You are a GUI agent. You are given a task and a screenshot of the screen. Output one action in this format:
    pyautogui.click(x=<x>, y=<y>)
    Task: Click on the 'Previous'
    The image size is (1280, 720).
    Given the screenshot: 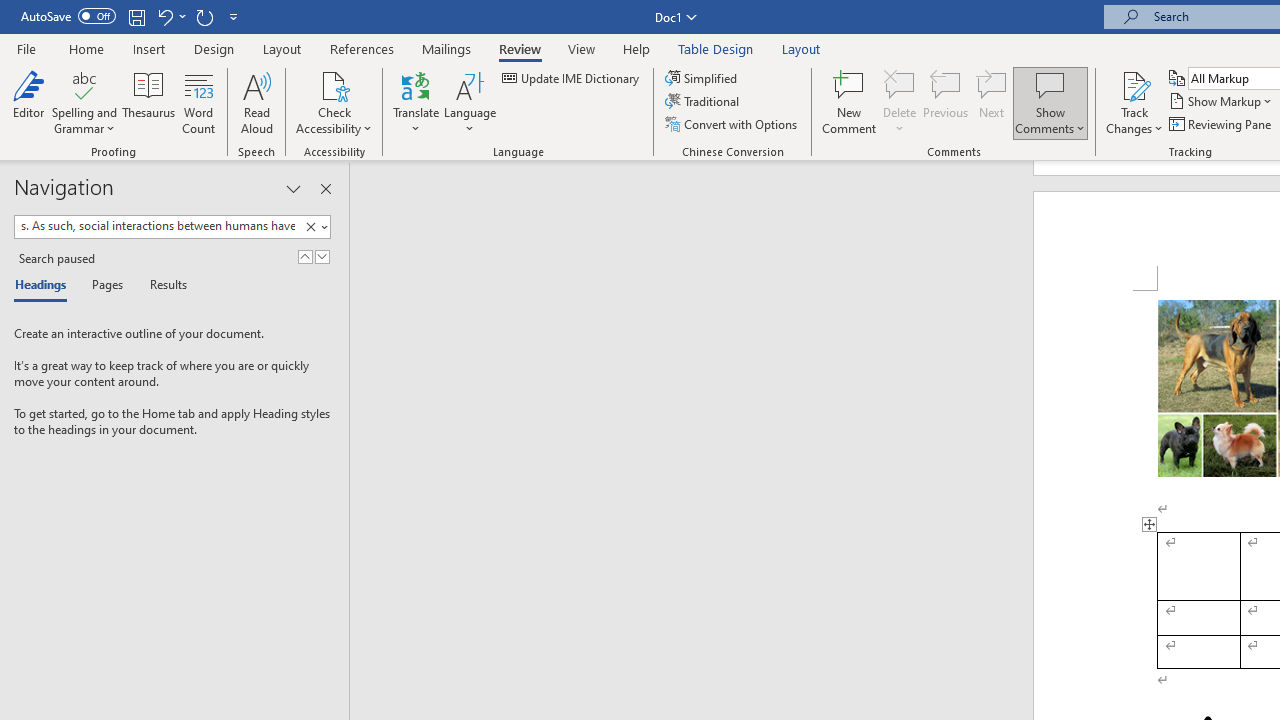 What is the action you would take?
    pyautogui.click(x=945, y=103)
    